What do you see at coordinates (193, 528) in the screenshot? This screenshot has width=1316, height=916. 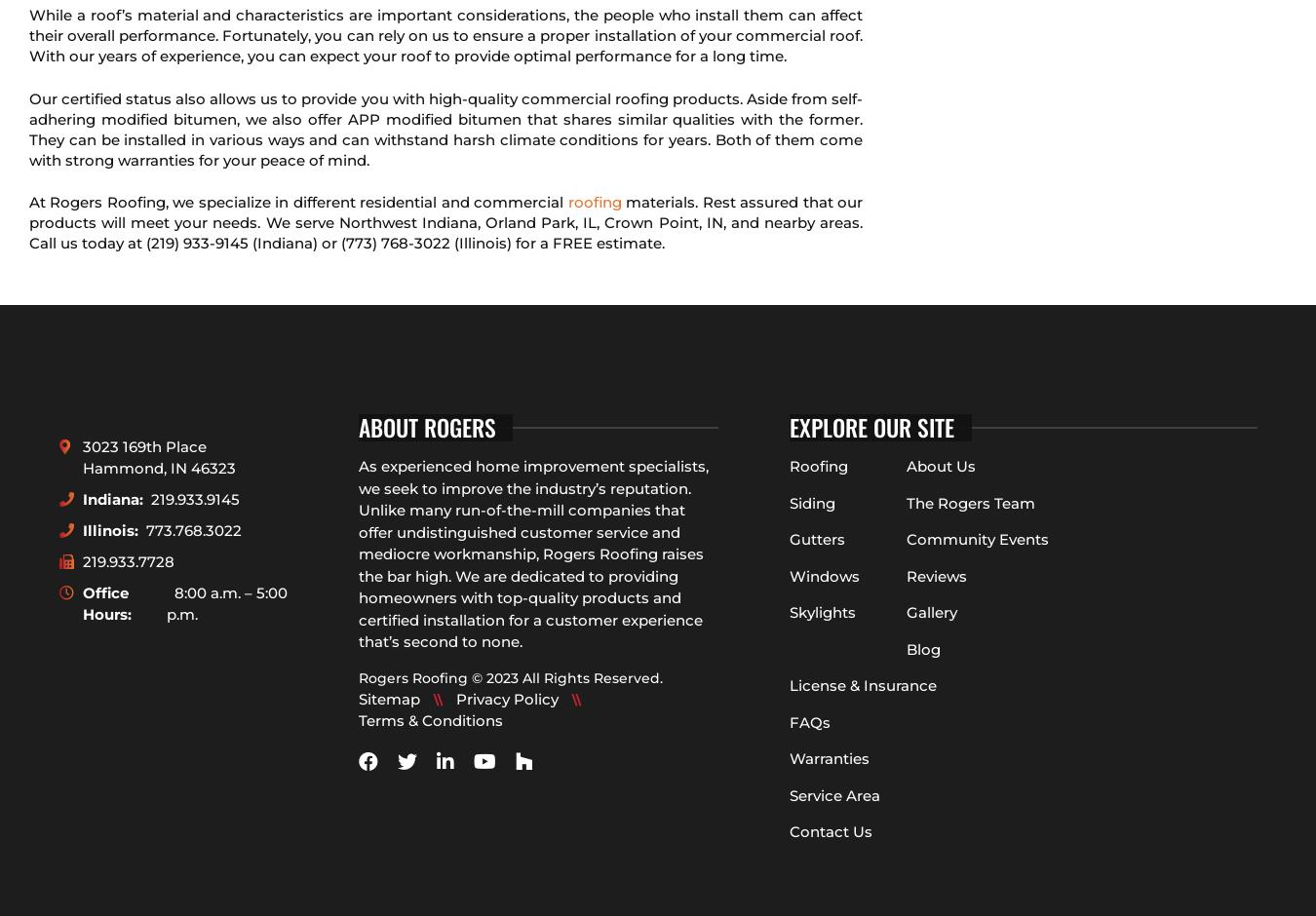 I see `'773.768.3022'` at bounding box center [193, 528].